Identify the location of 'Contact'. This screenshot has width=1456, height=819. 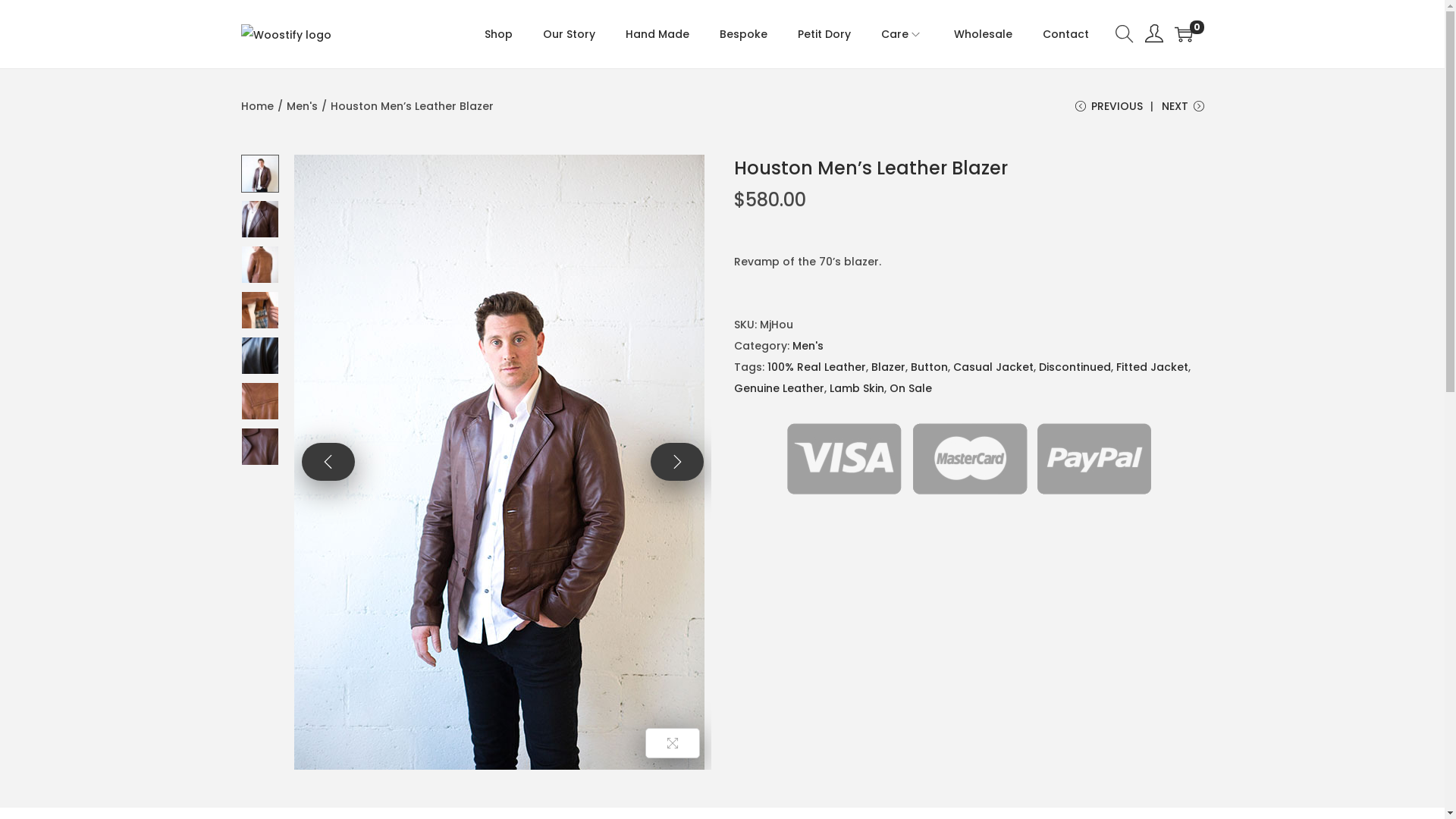
(1064, 34).